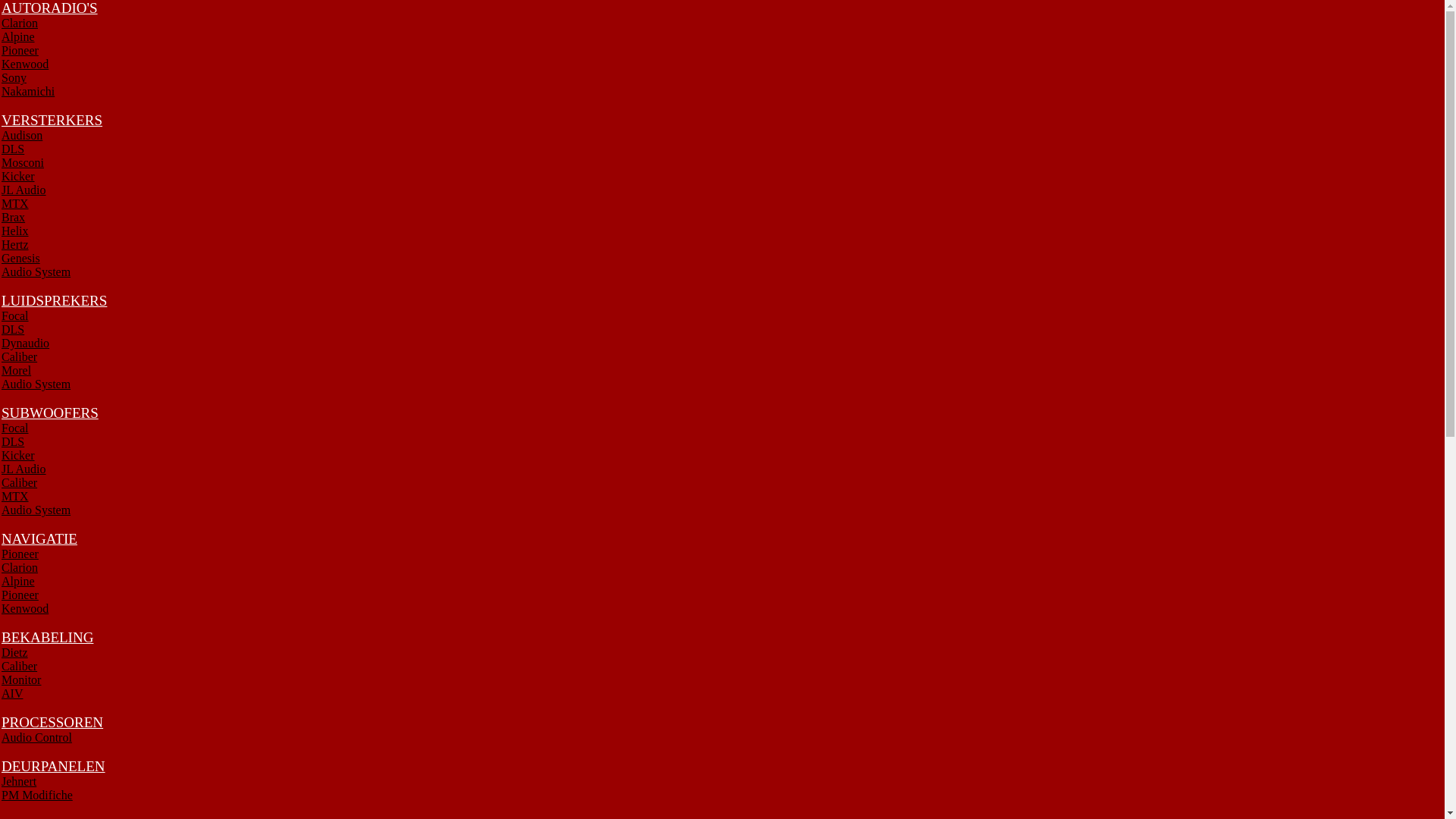  Describe the element at coordinates (25, 607) in the screenshot. I see `'Kenwood'` at that location.